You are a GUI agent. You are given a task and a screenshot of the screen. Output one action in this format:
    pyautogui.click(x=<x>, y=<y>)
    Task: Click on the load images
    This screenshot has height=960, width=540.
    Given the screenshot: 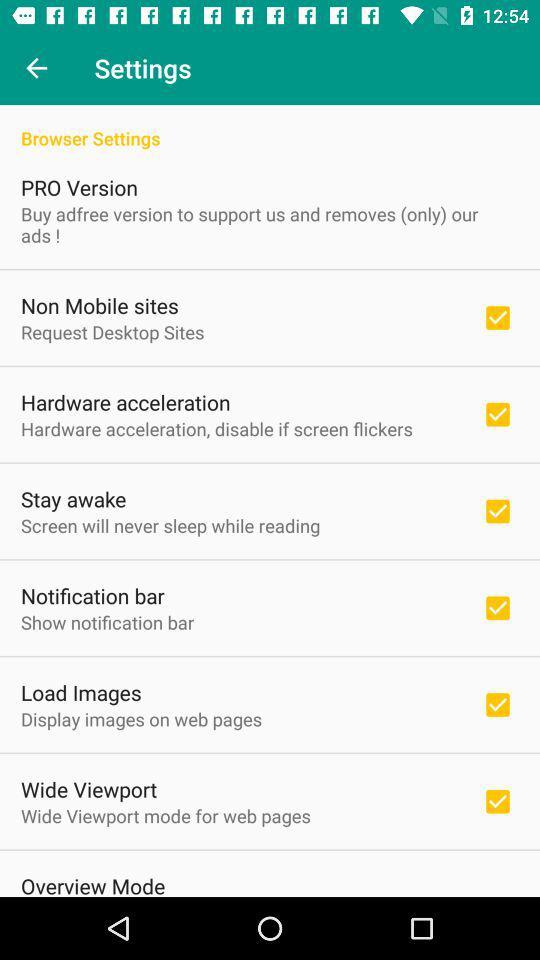 What is the action you would take?
    pyautogui.click(x=80, y=692)
    